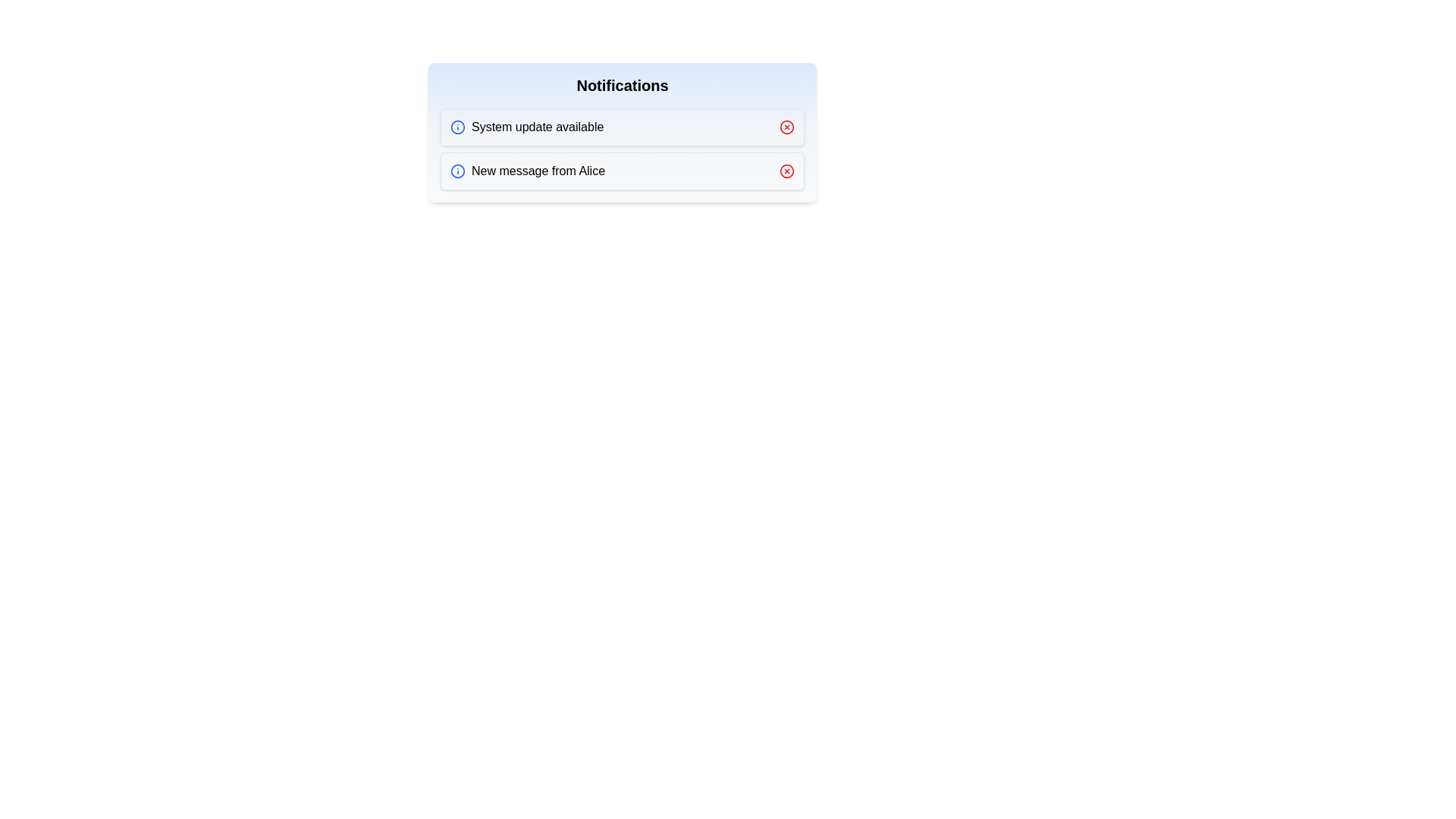 This screenshot has width=1456, height=819. I want to click on close button for the notification with message 'System update available' to remove it, so click(786, 127).